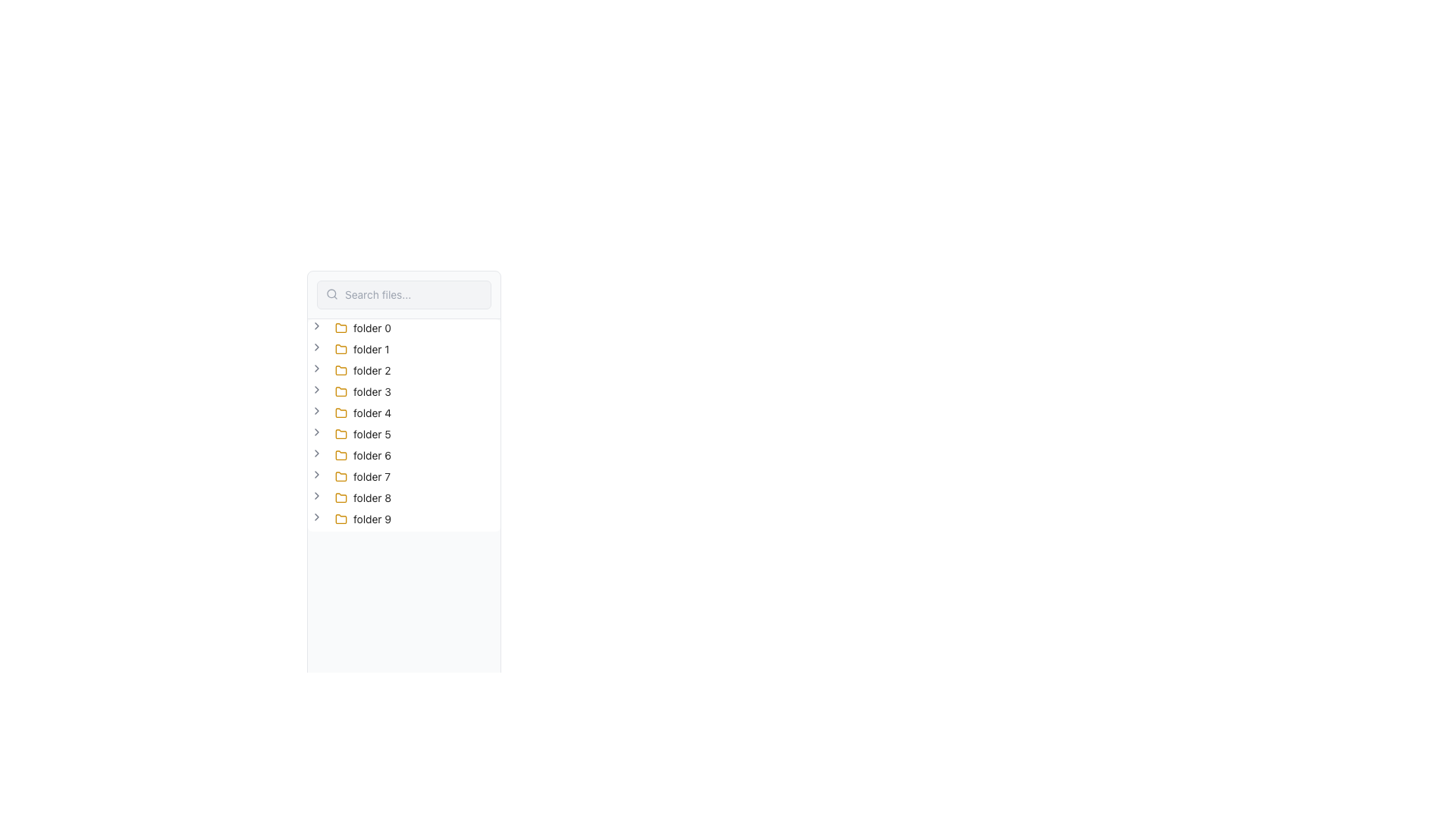 This screenshot has height=819, width=1456. What do you see at coordinates (372, 475) in the screenshot?
I see `the text label representing the folder labeled 'folder 7' in the file navigation interface, which is positioned in the seventh slot of the list` at bounding box center [372, 475].